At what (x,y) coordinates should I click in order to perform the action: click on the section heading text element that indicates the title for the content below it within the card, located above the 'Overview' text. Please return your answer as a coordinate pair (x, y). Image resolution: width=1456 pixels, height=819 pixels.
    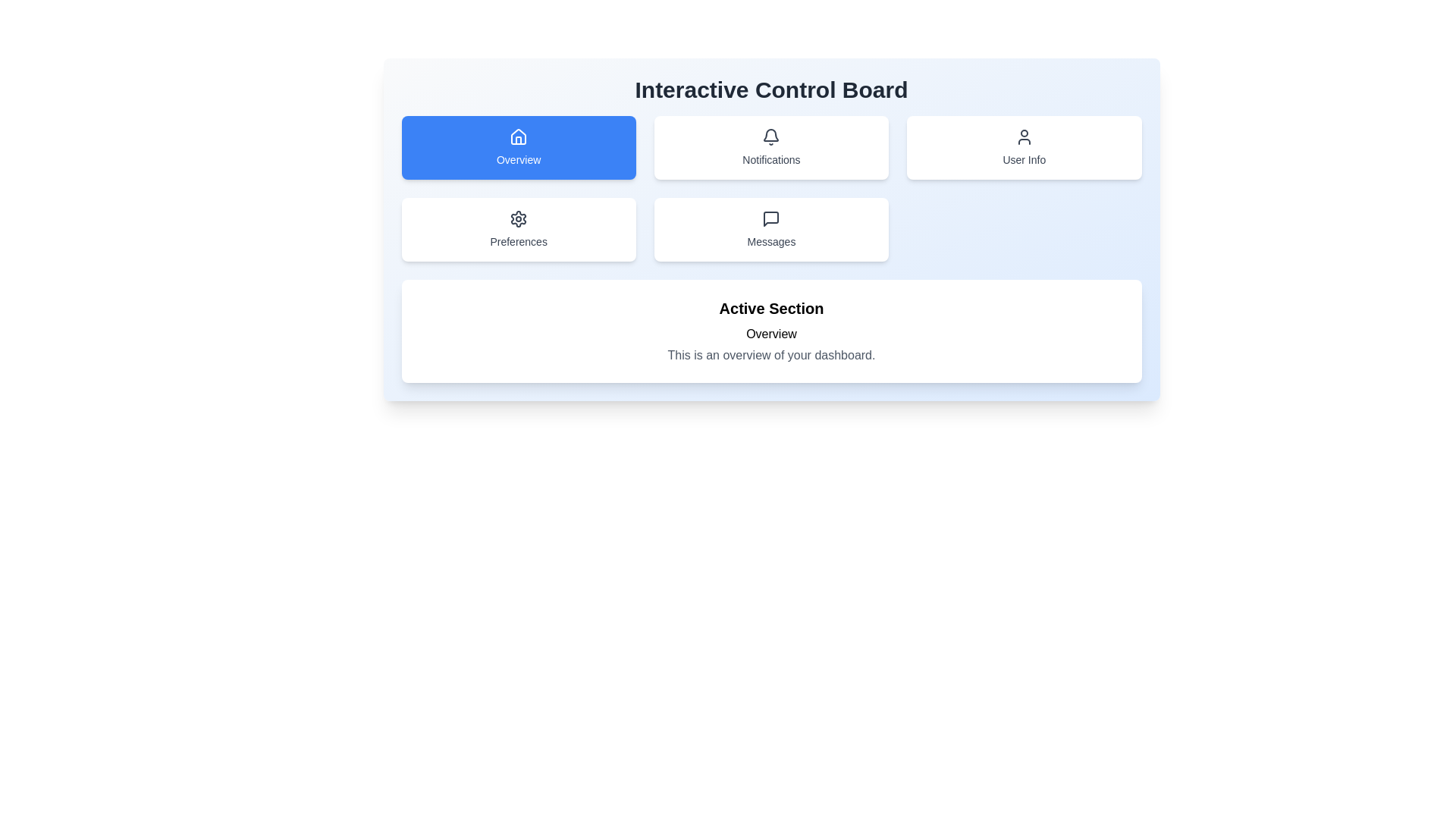
    Looking at the image, I should click on (771, 308).